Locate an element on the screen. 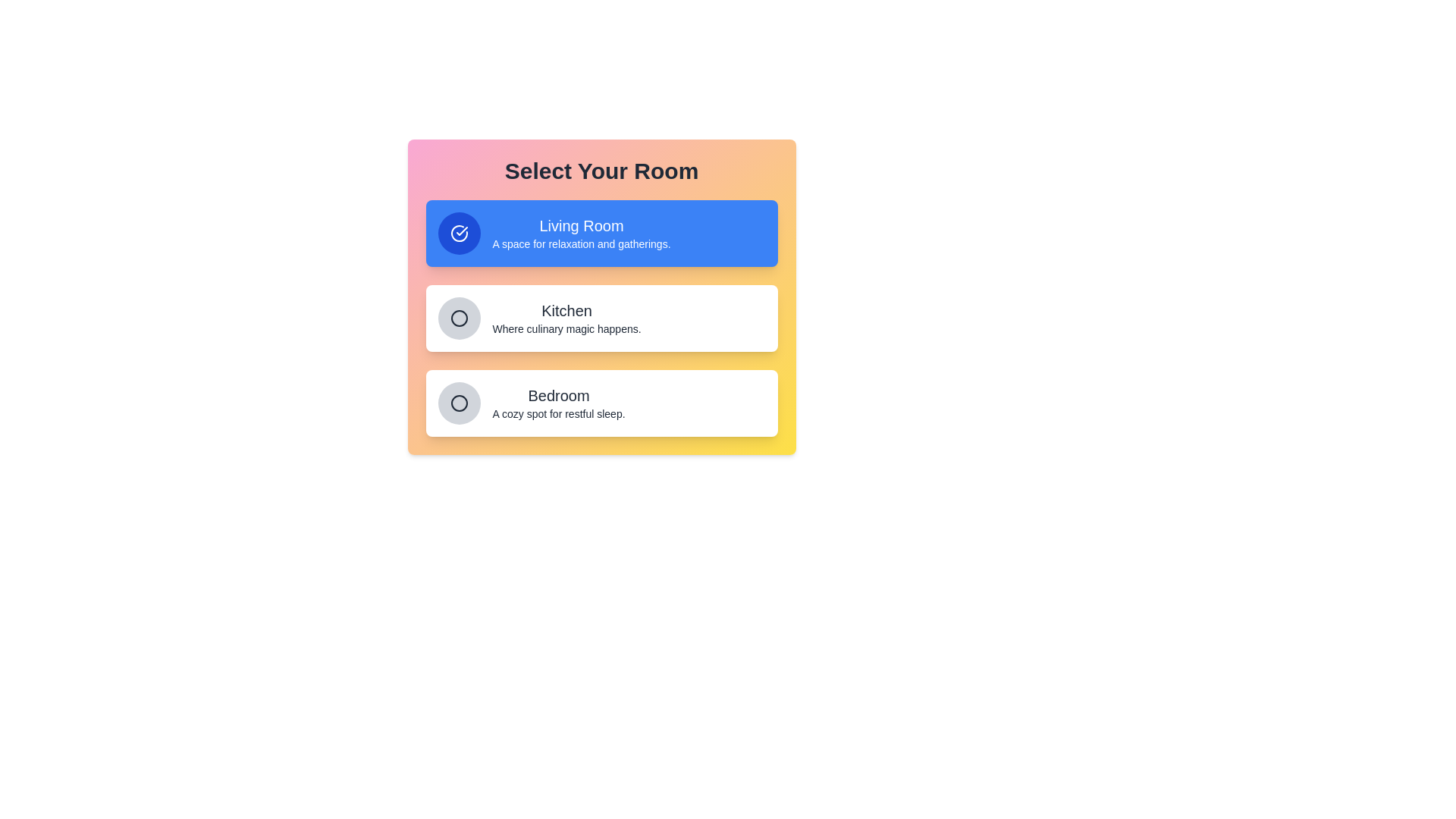 The width and height of the screenshot is (1456, 819). the decorative indicator related to the 'Kitchen' card in the room selection menu, which denotes selection or focus status is located at coordinates (458, 318).